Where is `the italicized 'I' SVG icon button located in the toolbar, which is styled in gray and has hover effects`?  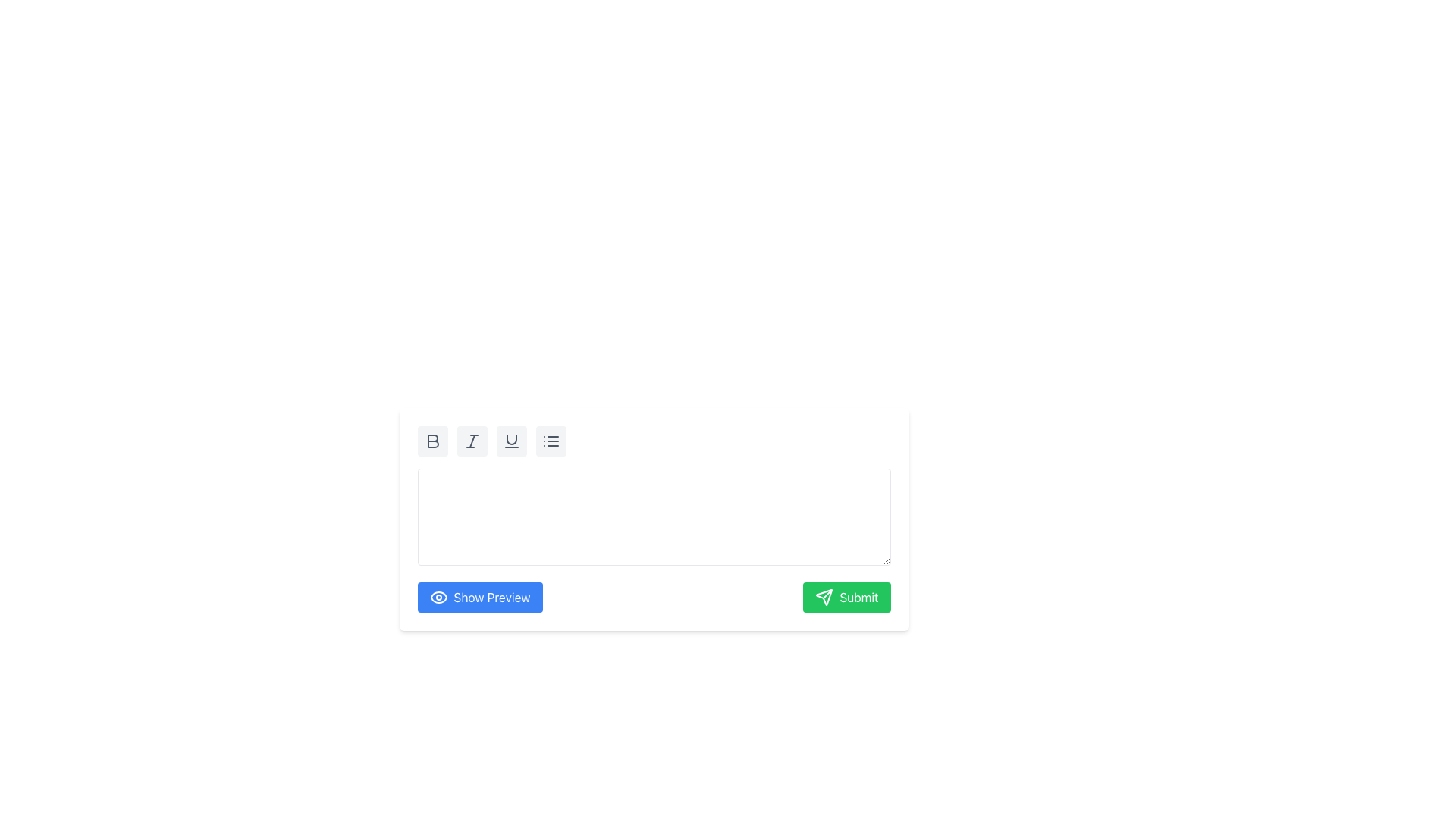
the italicized 'I' SVG icon button located in the toolbar, which is styled in gray and has hover effects is located at coordinates (471, 441).